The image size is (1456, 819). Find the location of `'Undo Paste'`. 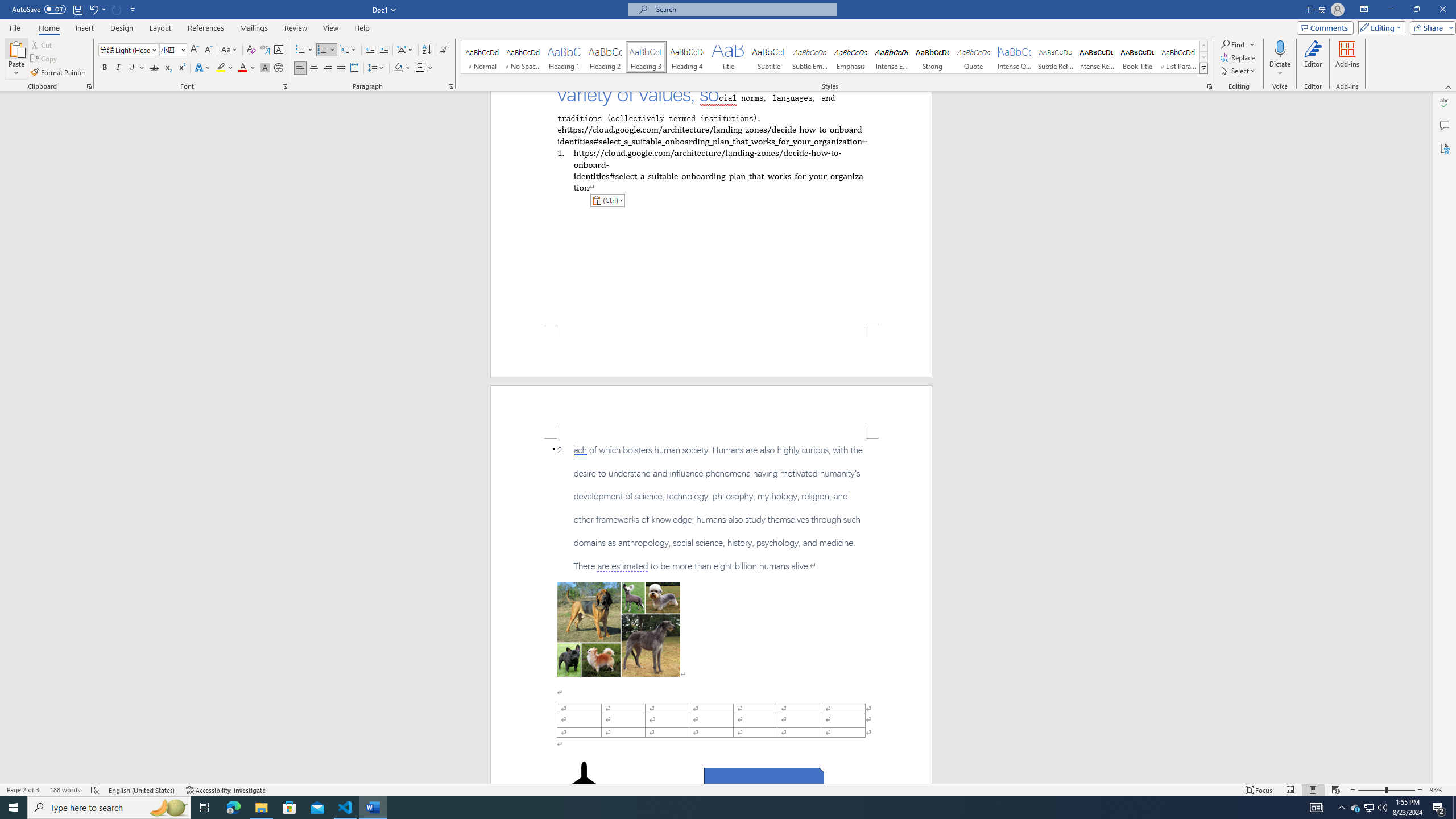

'Undo Paste' is located at coordinates (97, 9).